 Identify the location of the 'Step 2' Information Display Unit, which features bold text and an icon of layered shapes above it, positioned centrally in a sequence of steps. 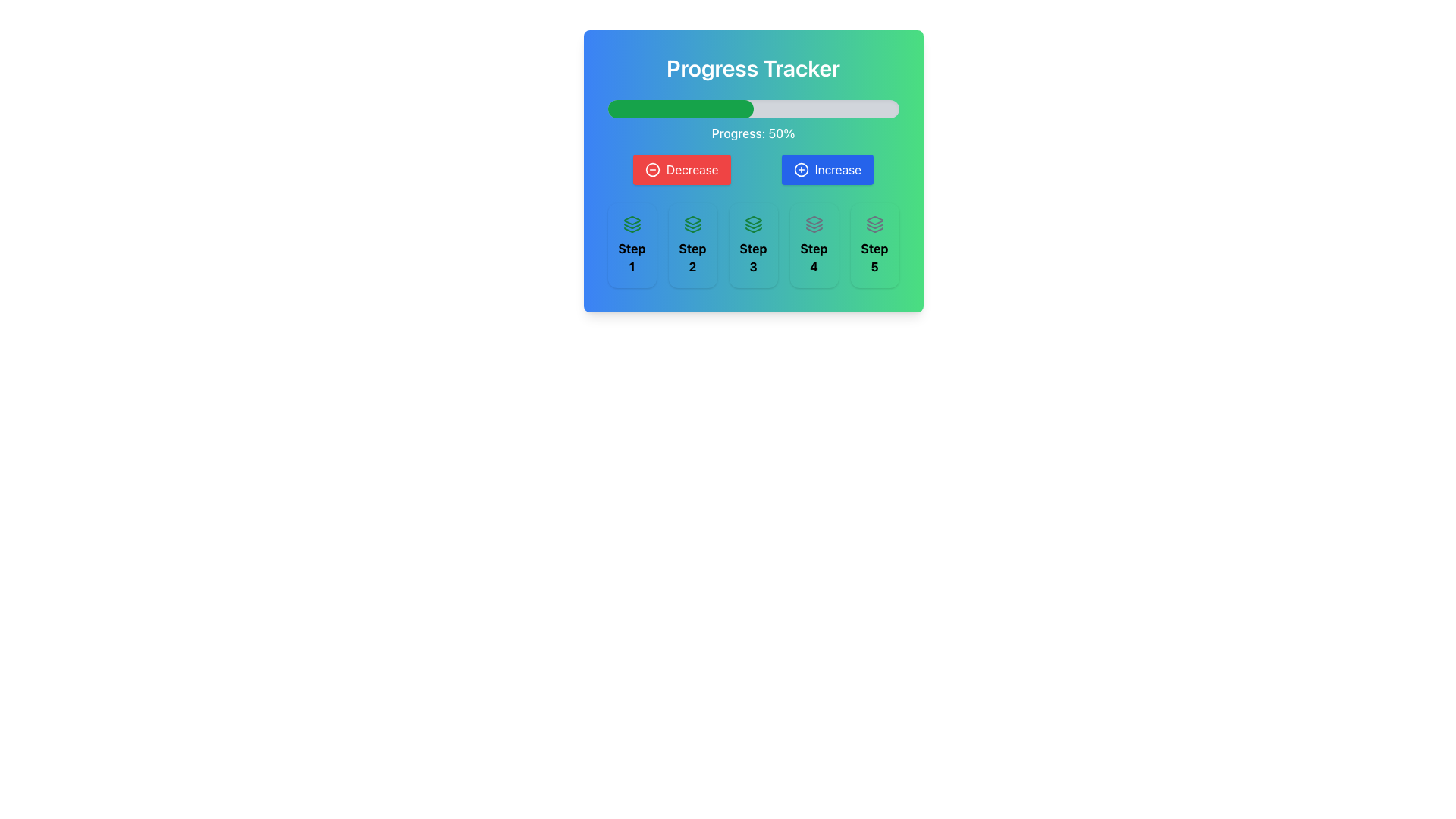
(692, 245).